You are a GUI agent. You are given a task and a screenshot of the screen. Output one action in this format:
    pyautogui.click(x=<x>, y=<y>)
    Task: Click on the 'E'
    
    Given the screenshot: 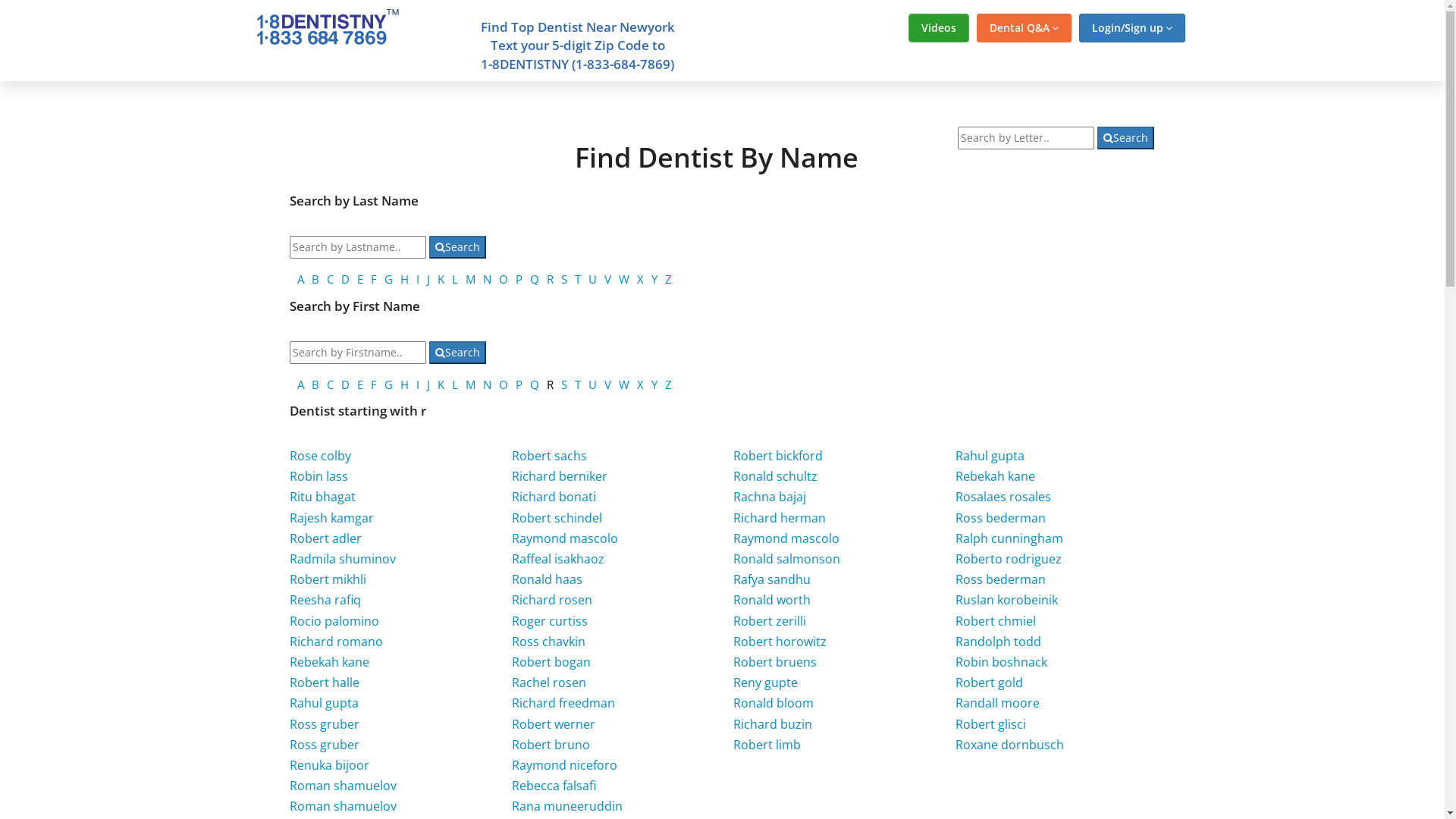 What is the action you would take?
    pyautogui.click(x=359, y=383)
    